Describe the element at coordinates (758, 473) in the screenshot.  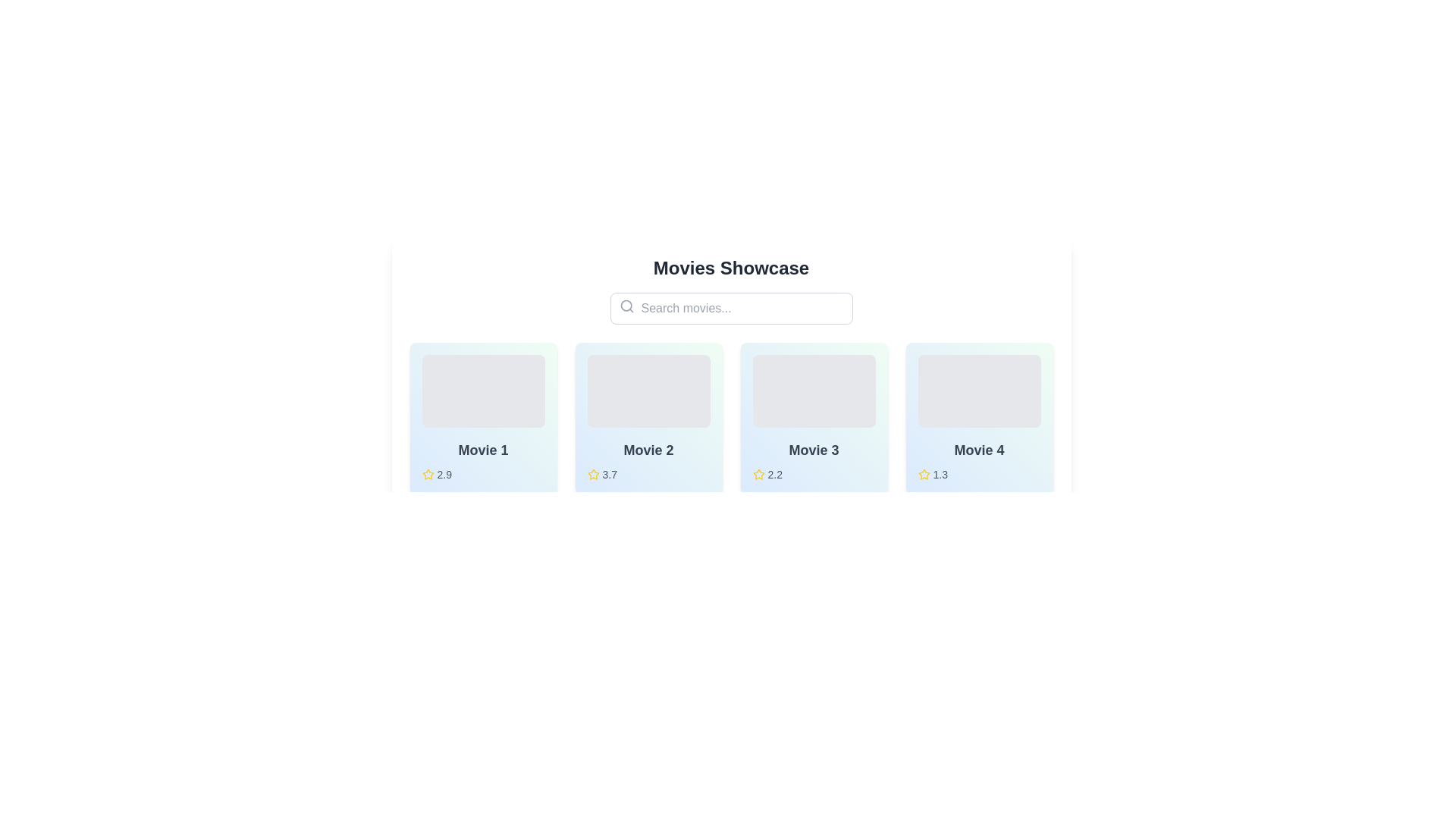
I see `the small star icon outlined with yellow, located to the left of the numerical rating '2.2' in the rating section of the 'Movie 3' card` at that location.